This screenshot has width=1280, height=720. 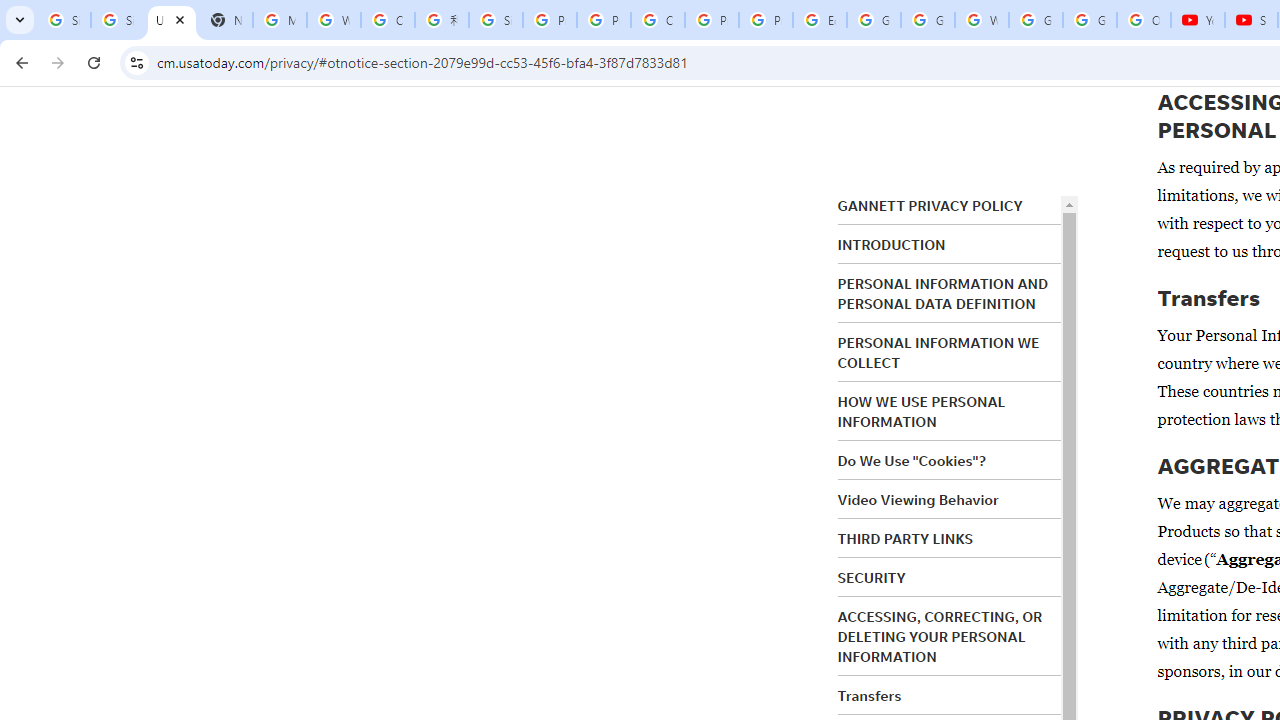 I want to click on 'Video Viewing Behavior', so click(x=916, y=499).